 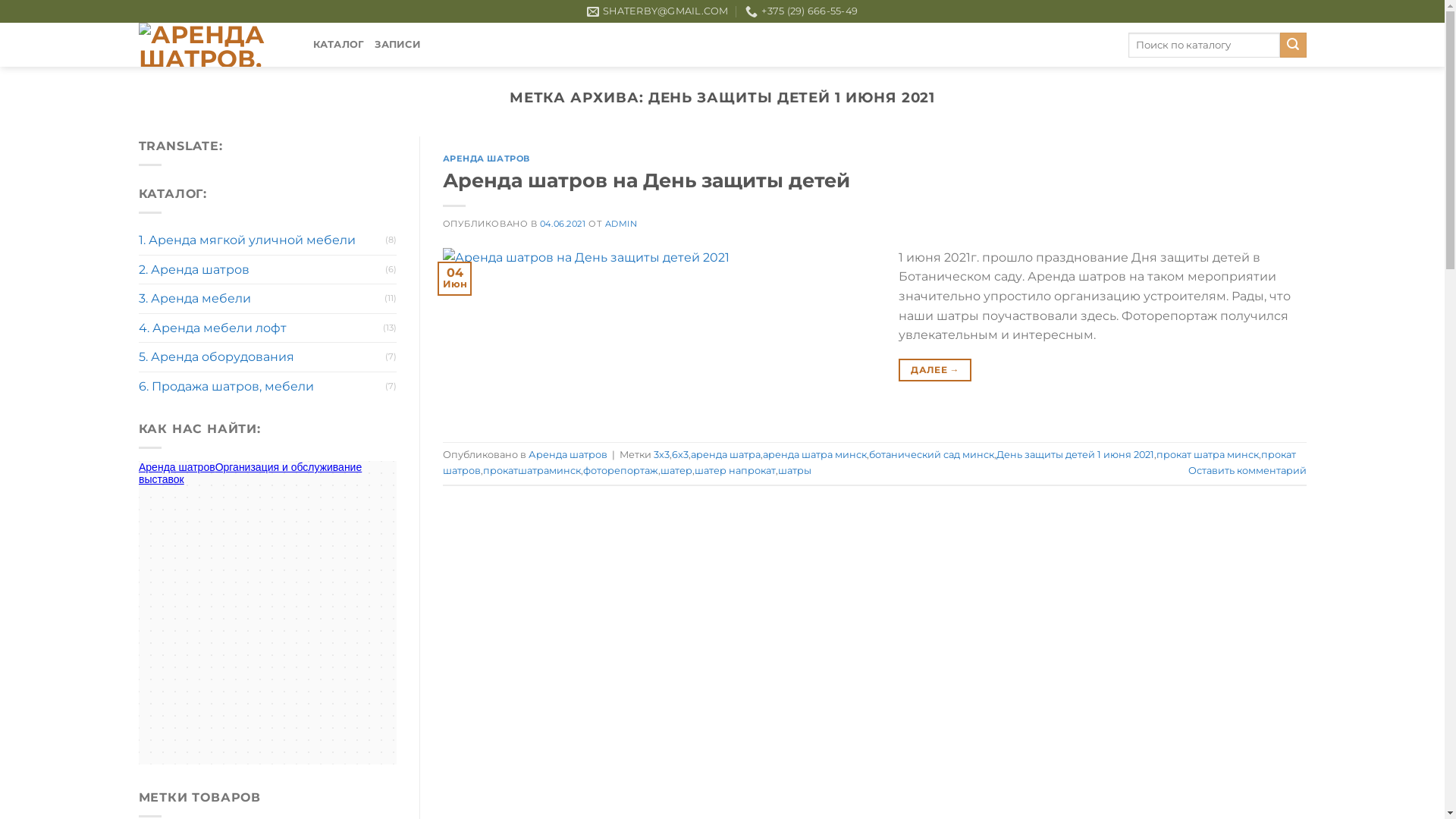 I want to click on '+375 (29) 666-55-49', so click(x=800, y=11).